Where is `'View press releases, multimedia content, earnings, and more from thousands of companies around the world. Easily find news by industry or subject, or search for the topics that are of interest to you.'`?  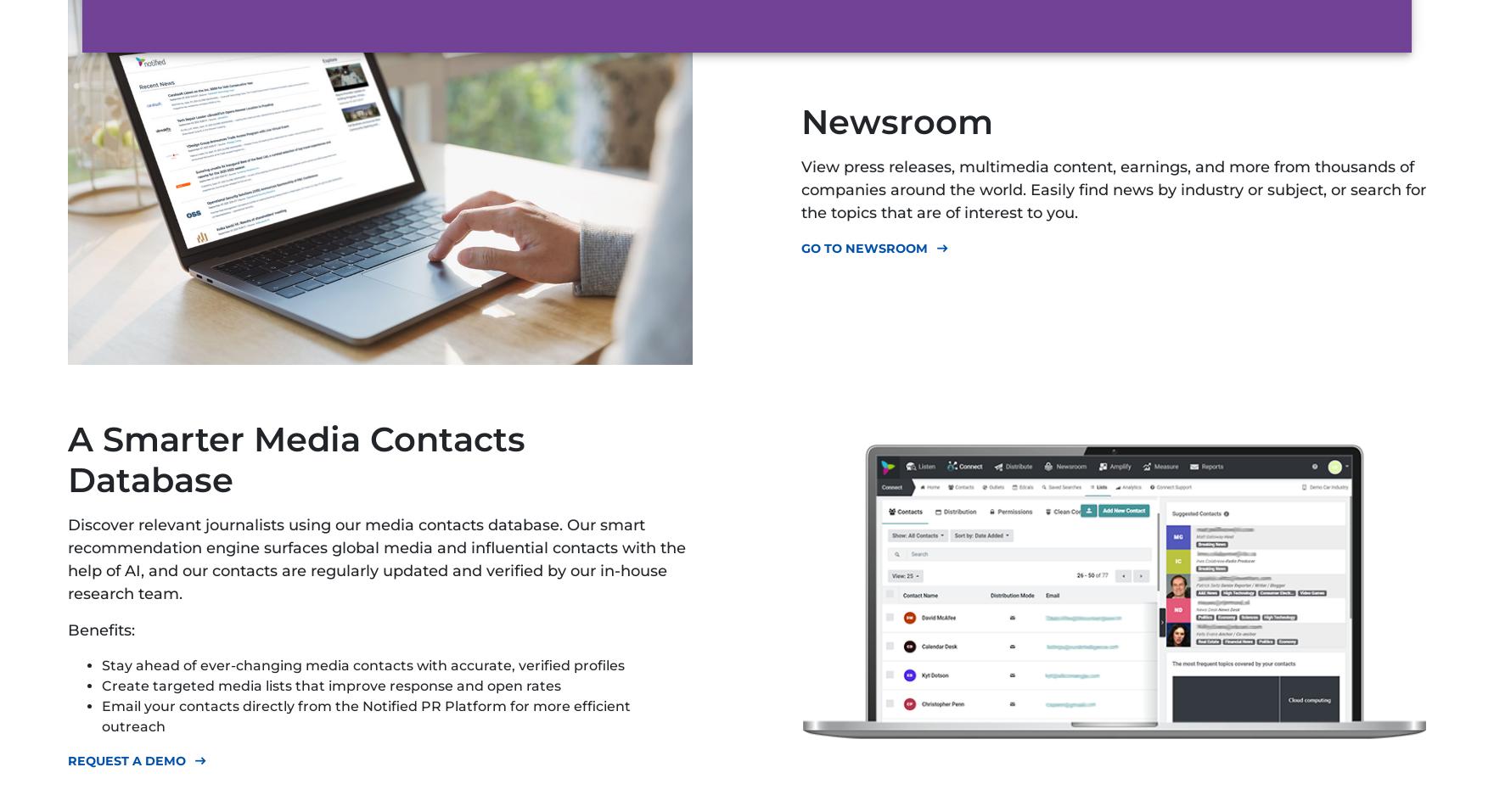
'View press releases, multimedia content, earnings, and more from thousands of companies around the world. Easily find news by industry or subject, or search for the topics that are of interest to you.' is located at coordinates (1113, 189).